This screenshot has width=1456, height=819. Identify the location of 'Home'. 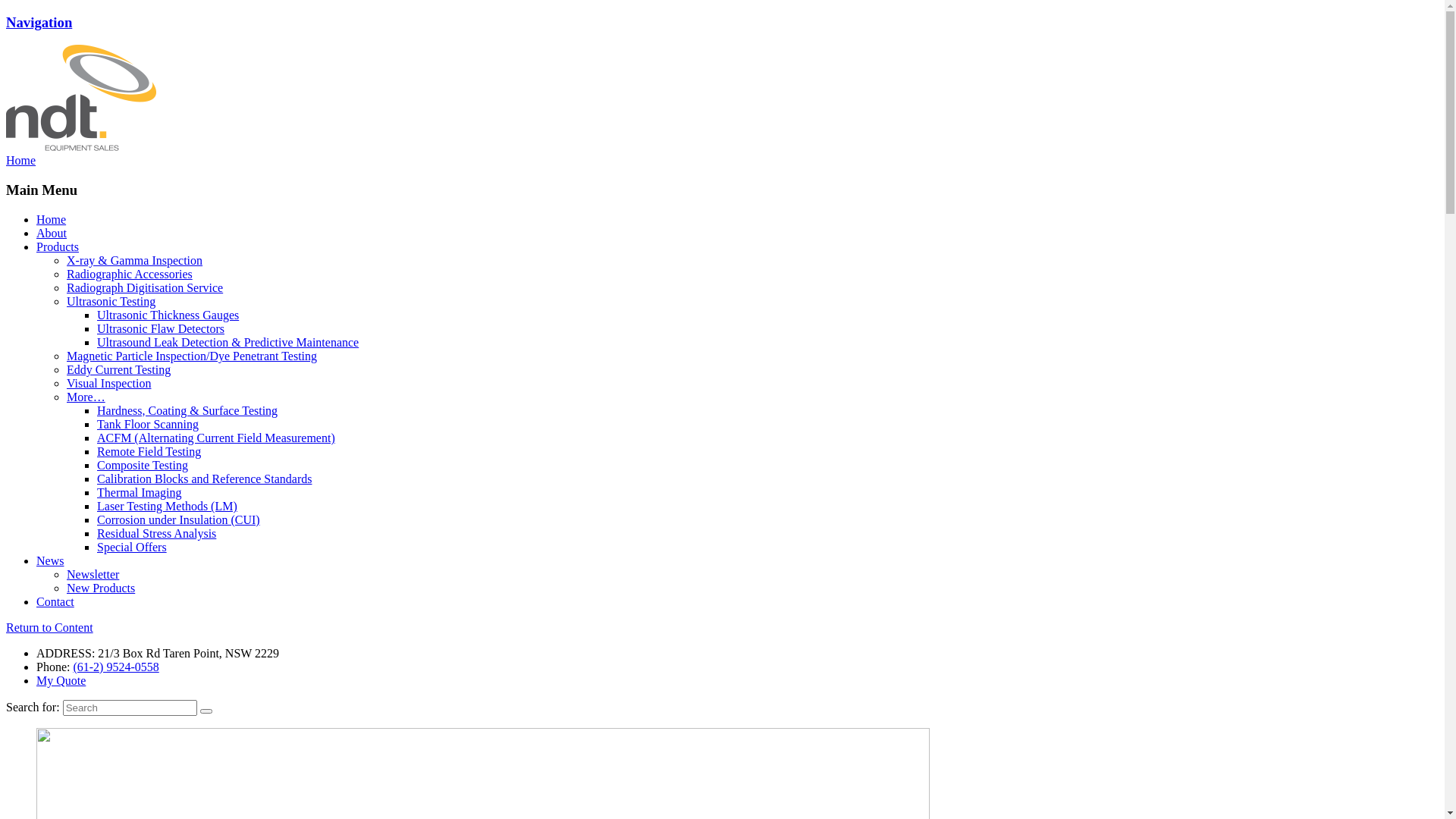
(36, 219).